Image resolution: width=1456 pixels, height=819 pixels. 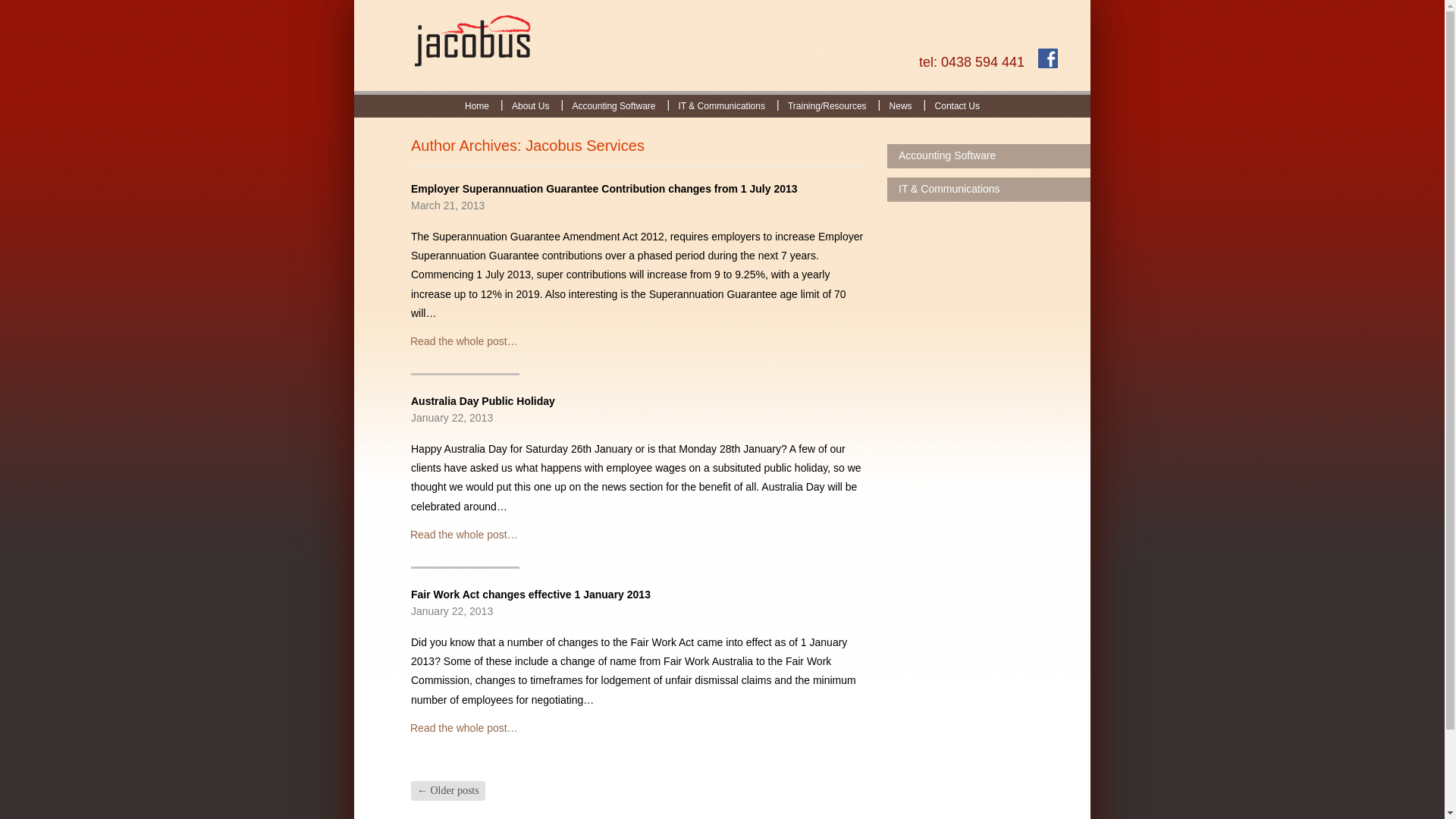 I want to click on 'Contact Us', so click(x=956, y=105).